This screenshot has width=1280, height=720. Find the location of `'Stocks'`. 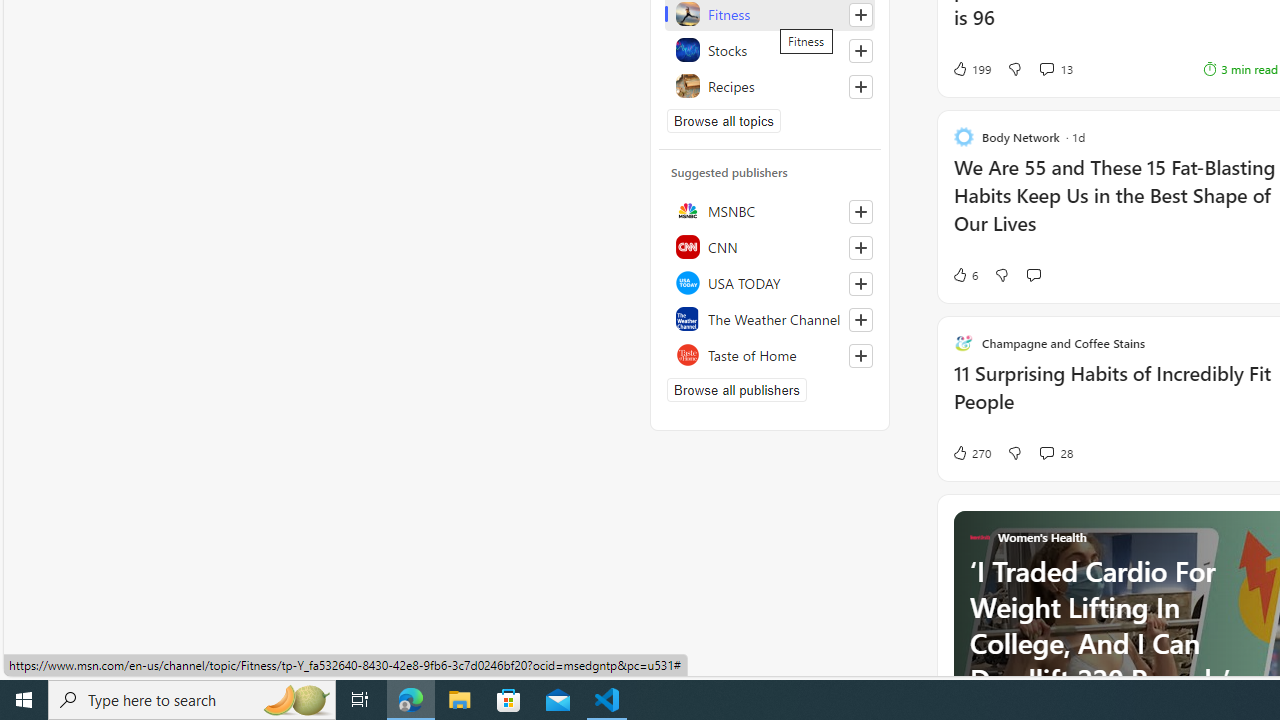

'Stocks' is located at coordinates (769, 49).